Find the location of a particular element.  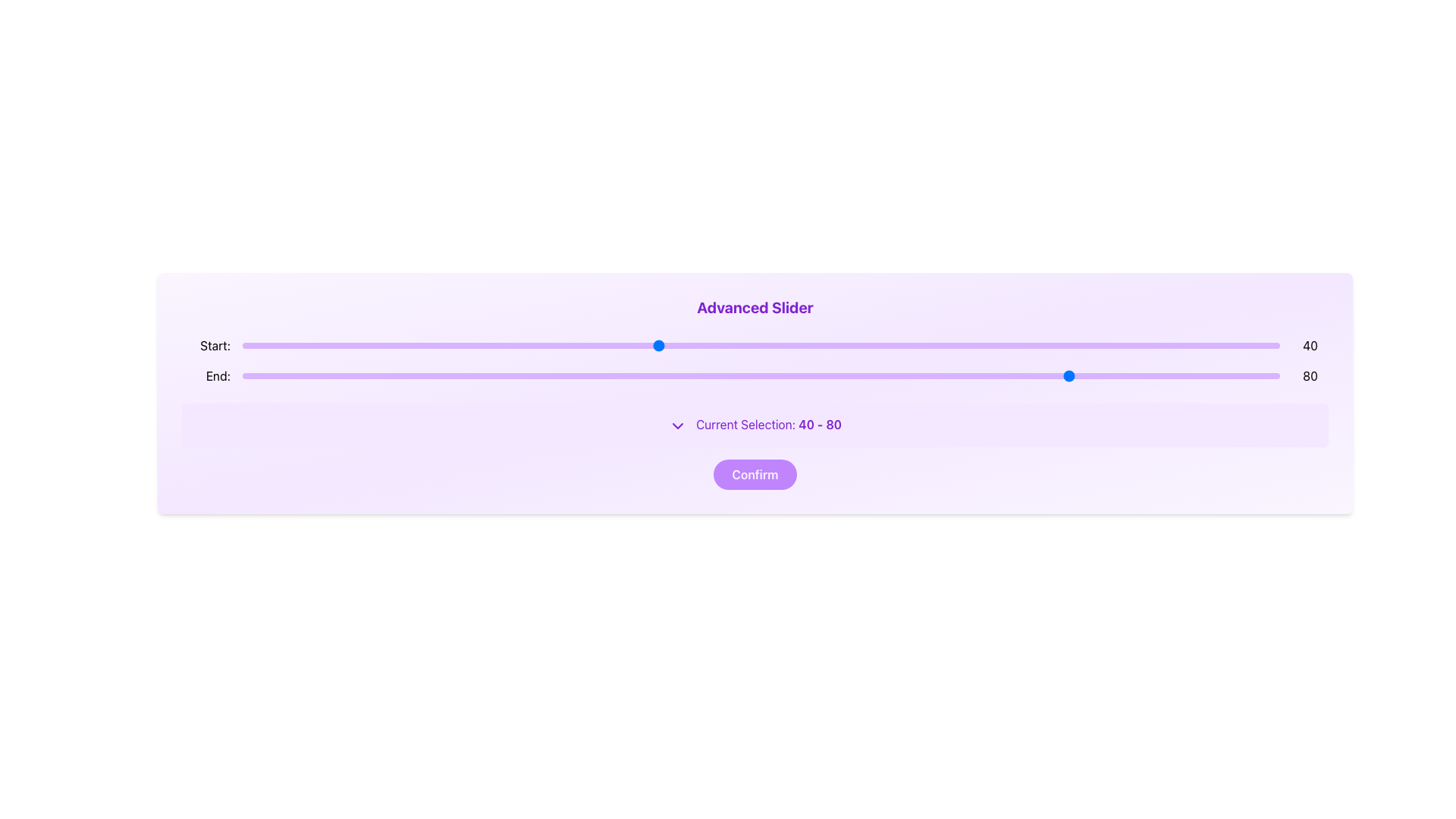

the slider value is located at coordinates (616, 375).